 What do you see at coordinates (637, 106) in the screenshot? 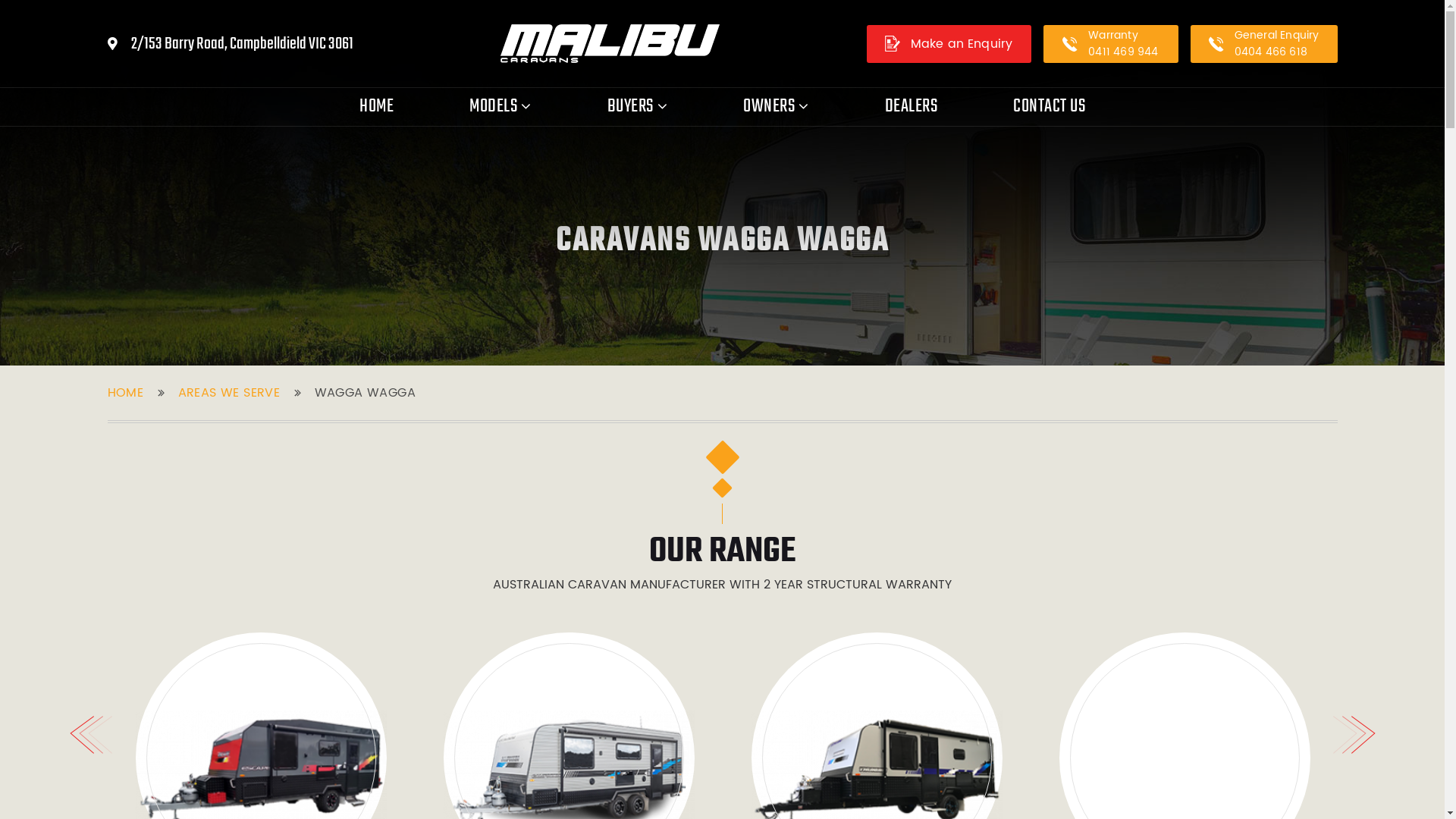
I see `'BUYERS'` at bounding box center [637, 106].